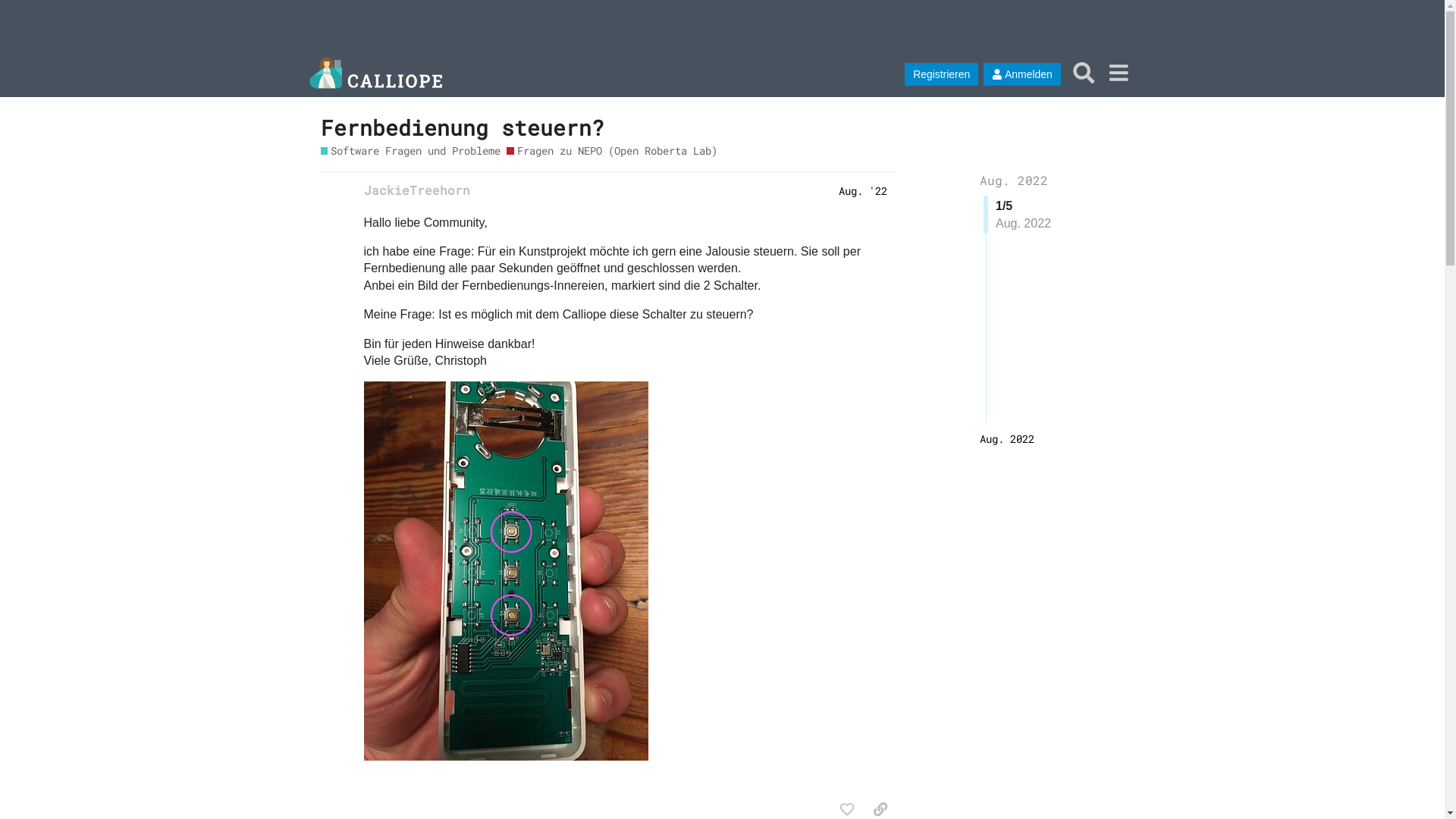 This screenshot has height=819, width=1456. Describe the element at coordinates (983, 74) in the screenshot. I see `'Anmelden'` at that location.